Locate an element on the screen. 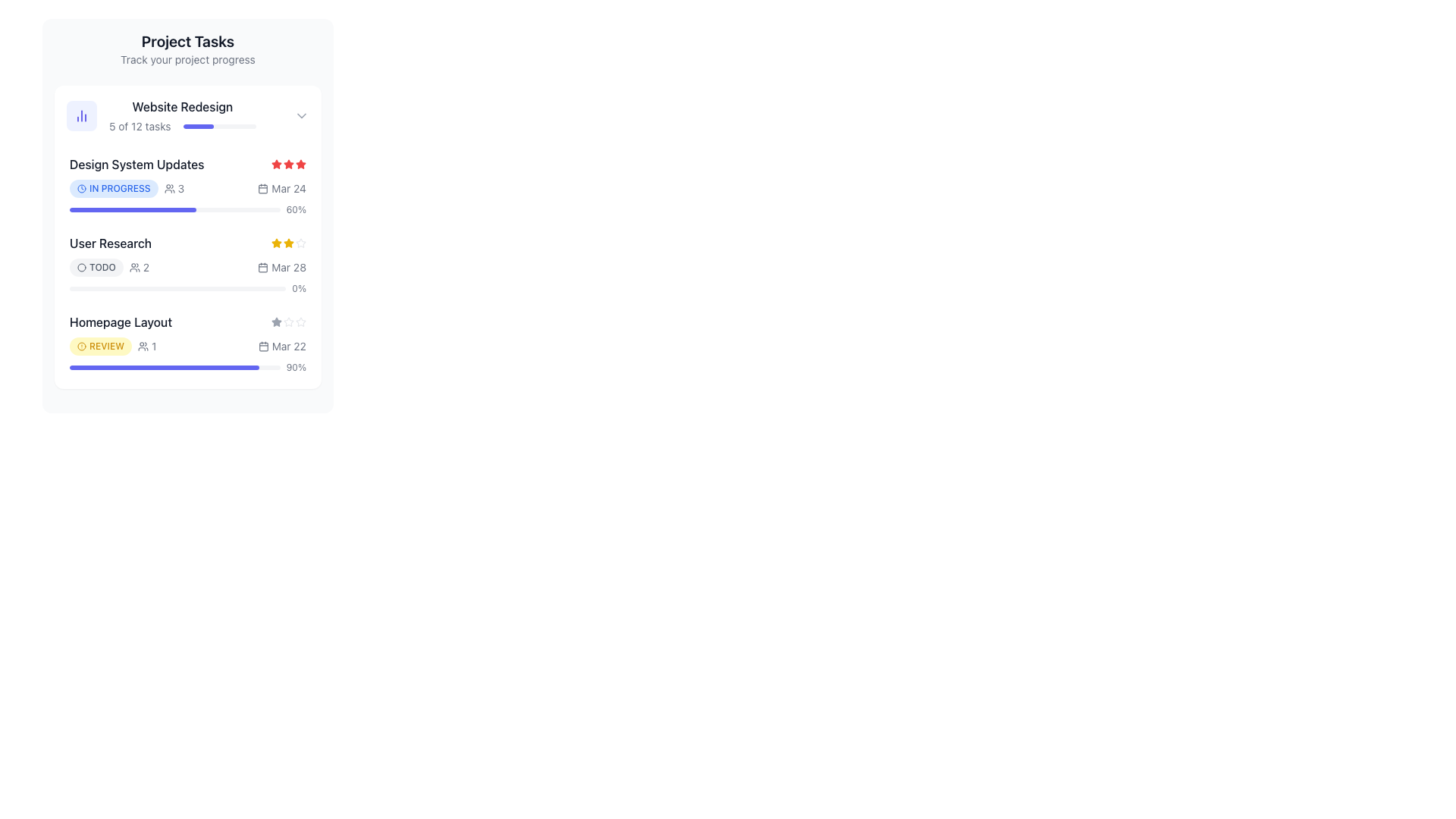  the progress bar indicating '60%' for the task 'Design System Updates' in the project task panel is located at coordinates (187, 210).